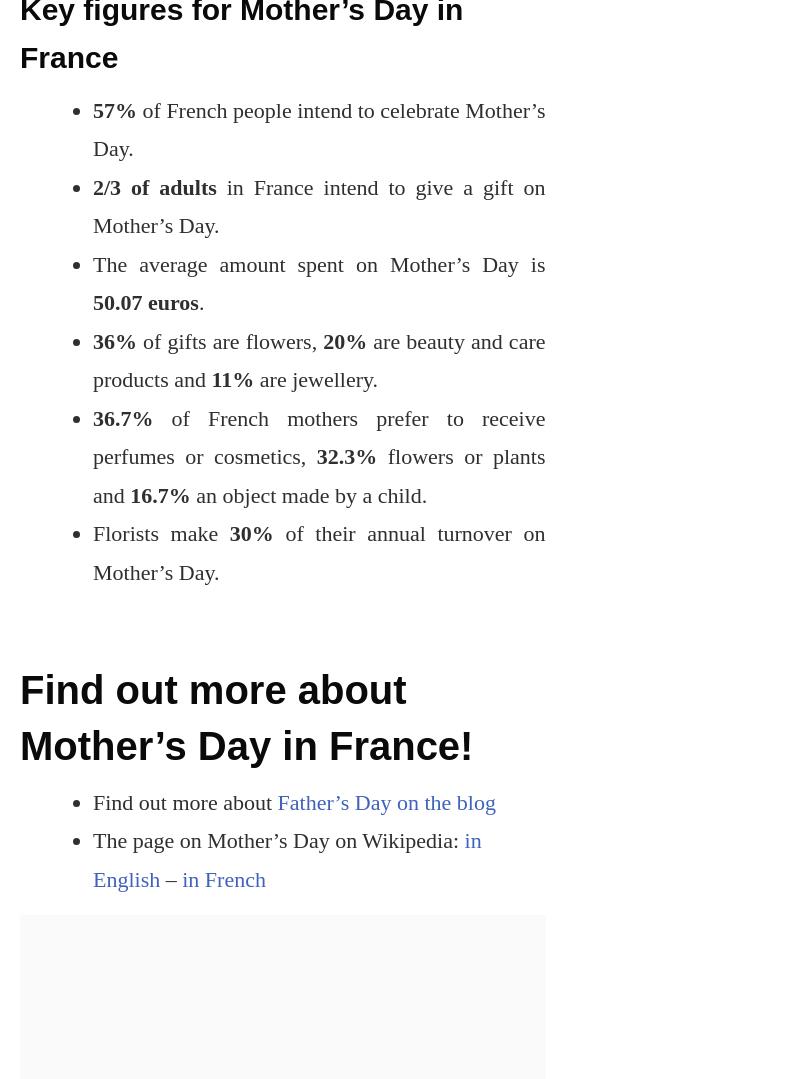 Image resolution: width=800 pixels, height=1079 pixels. I want to click on 'Find out more about', so click(184, 800).